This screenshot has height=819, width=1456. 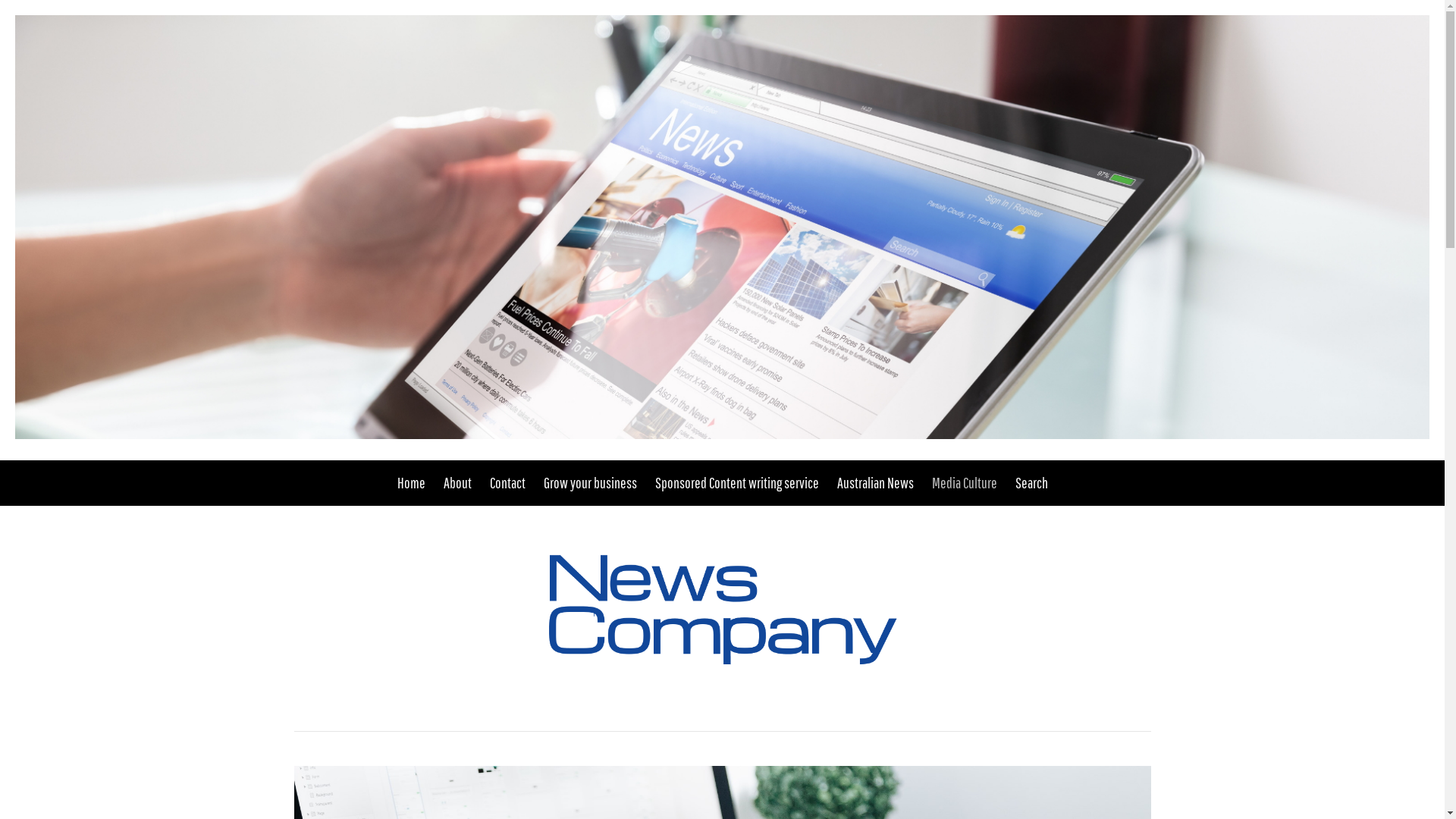 I want to click on 'Home', so click(x=397, y=482).